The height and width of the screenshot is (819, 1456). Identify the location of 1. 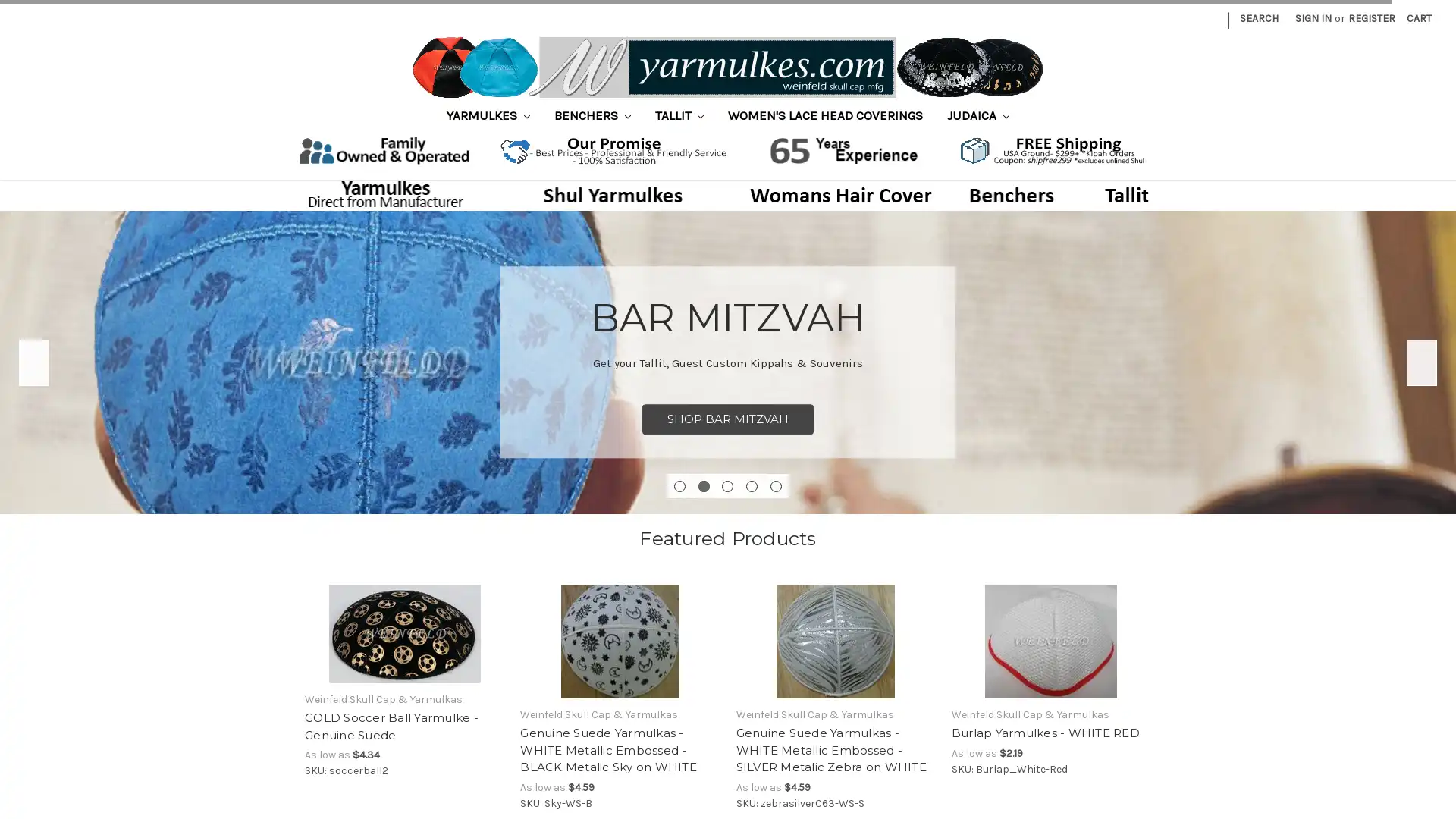
(678, 485).